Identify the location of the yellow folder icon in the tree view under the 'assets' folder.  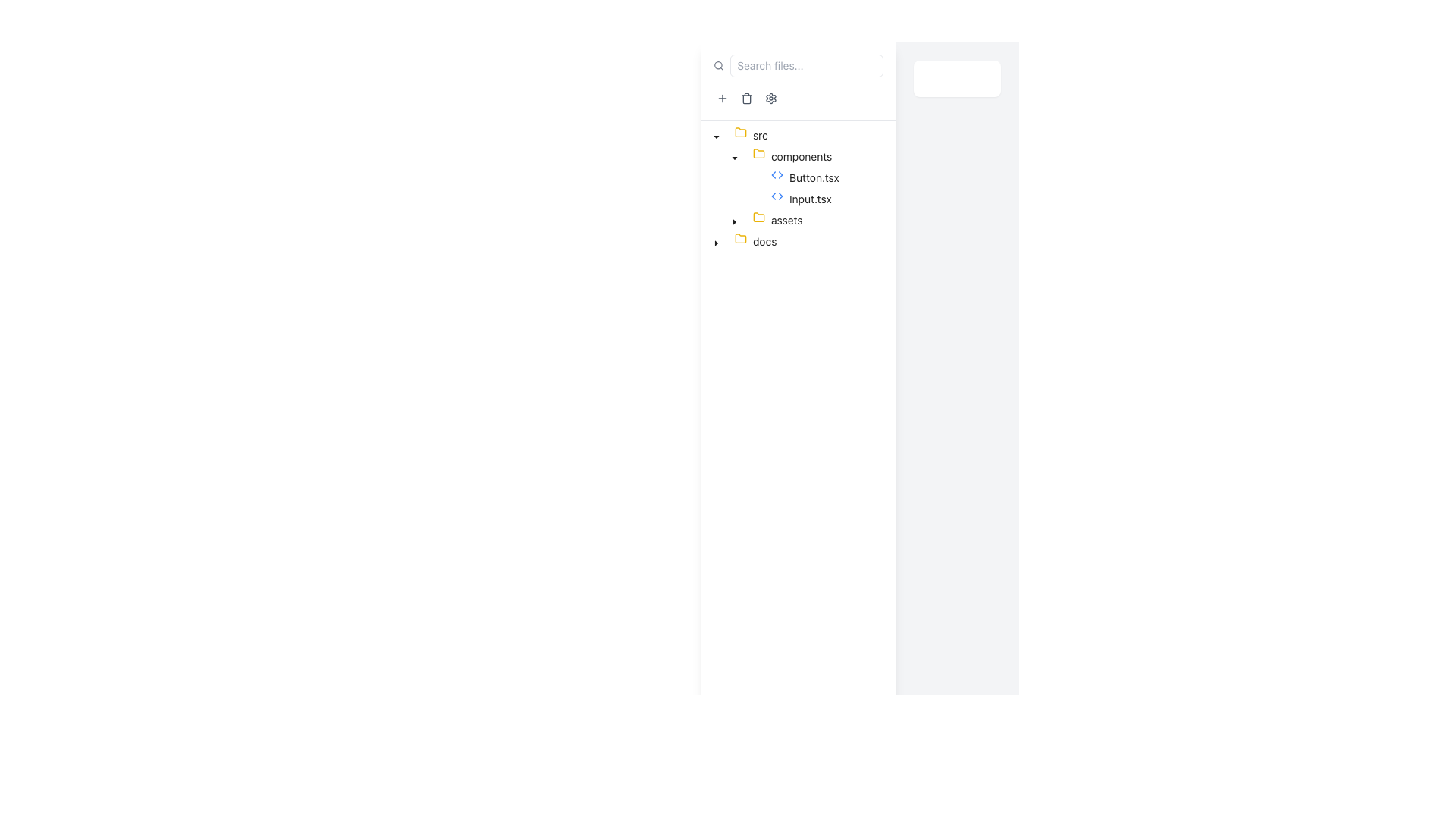
(761, 220).